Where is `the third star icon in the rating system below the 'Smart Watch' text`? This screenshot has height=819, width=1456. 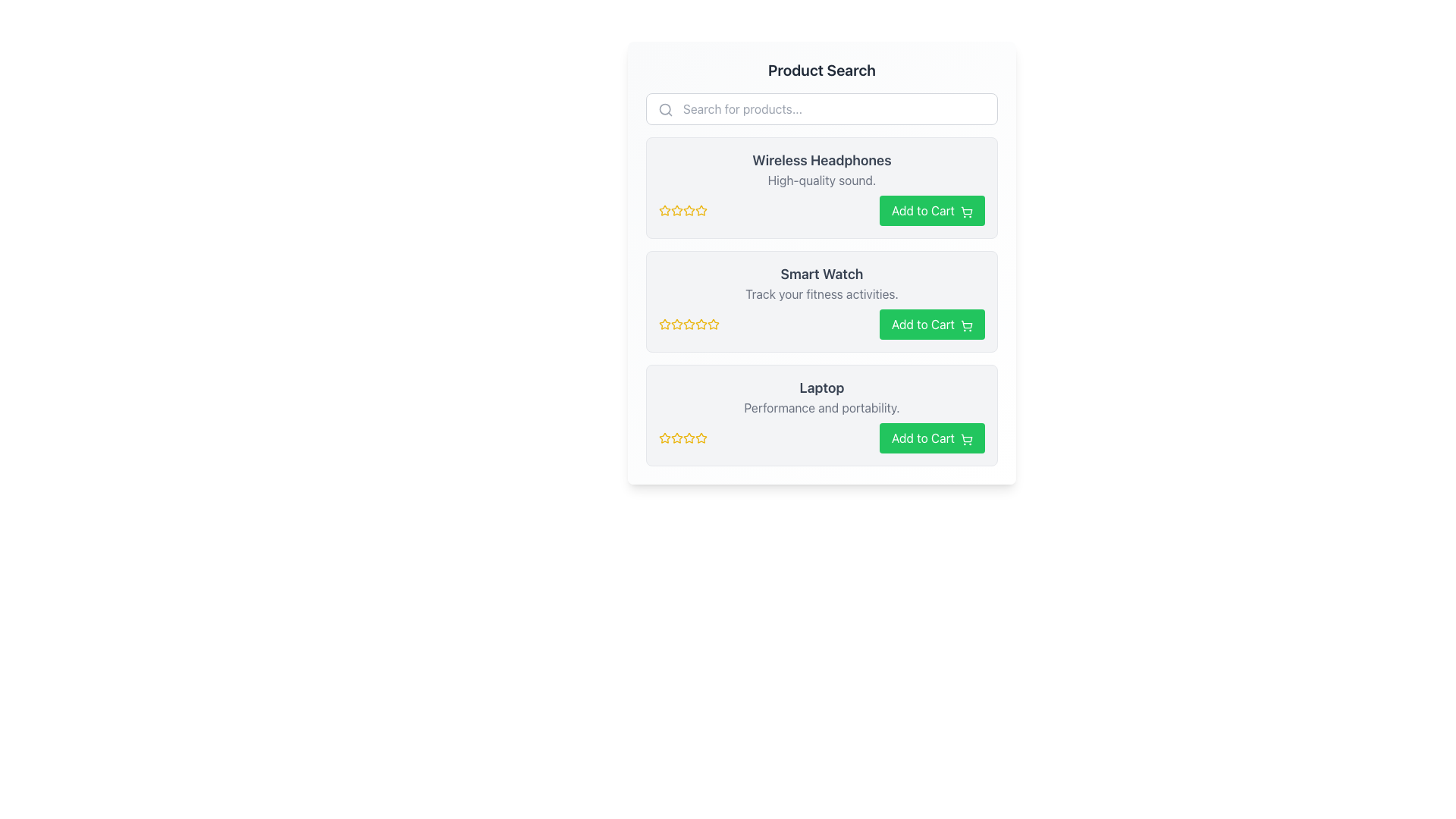 the third star icon in the rating system below the 'Smart Watch' text is located at coordinates (712, 323).